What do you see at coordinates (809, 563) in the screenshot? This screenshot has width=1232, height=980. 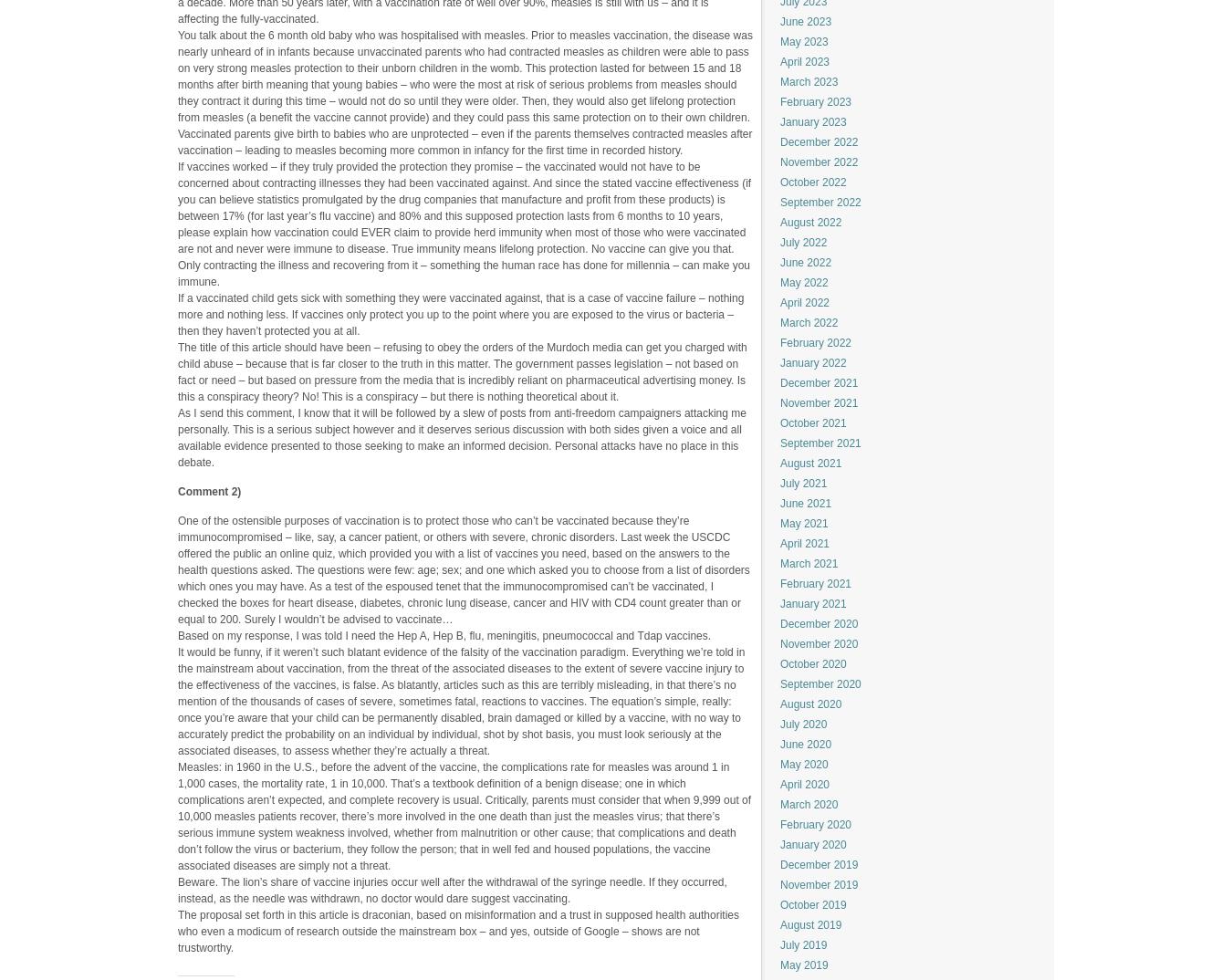 I see `'March 2021'` at bounding box center [809, 563].